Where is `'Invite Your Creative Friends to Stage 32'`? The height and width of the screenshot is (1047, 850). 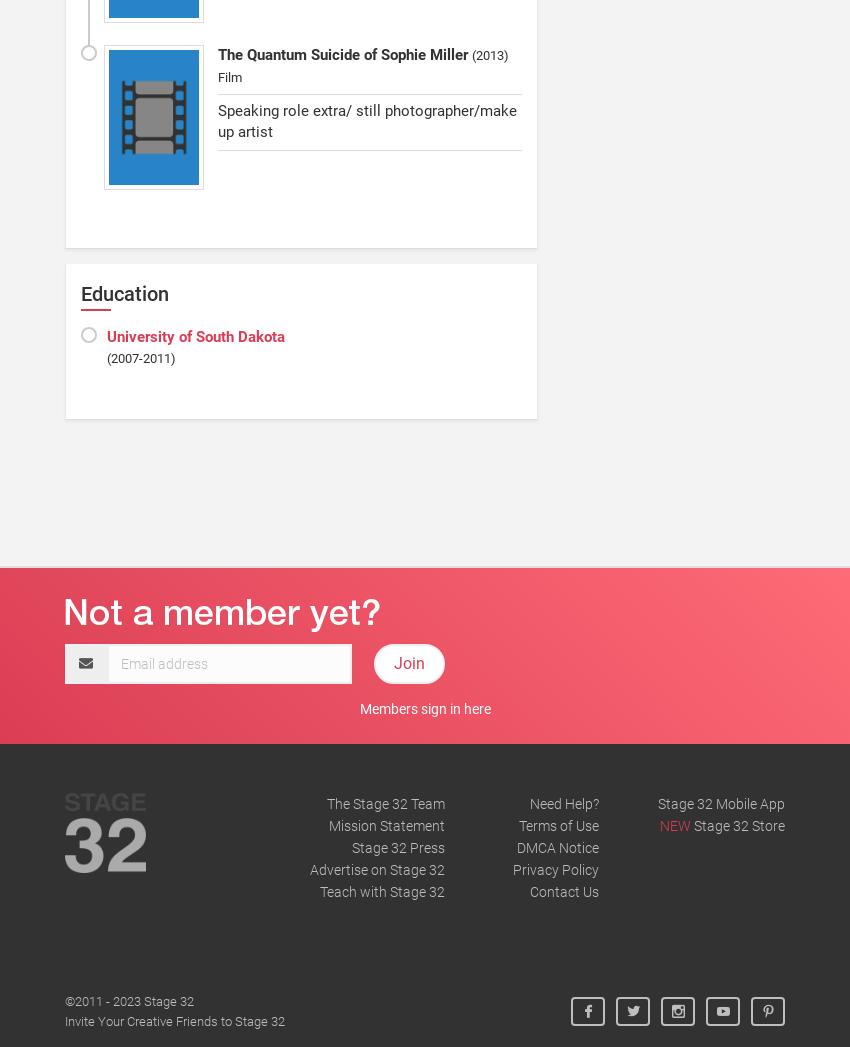 'Invite Your Creative Friends to Stage 32' is located at coordinates (65, 1020).